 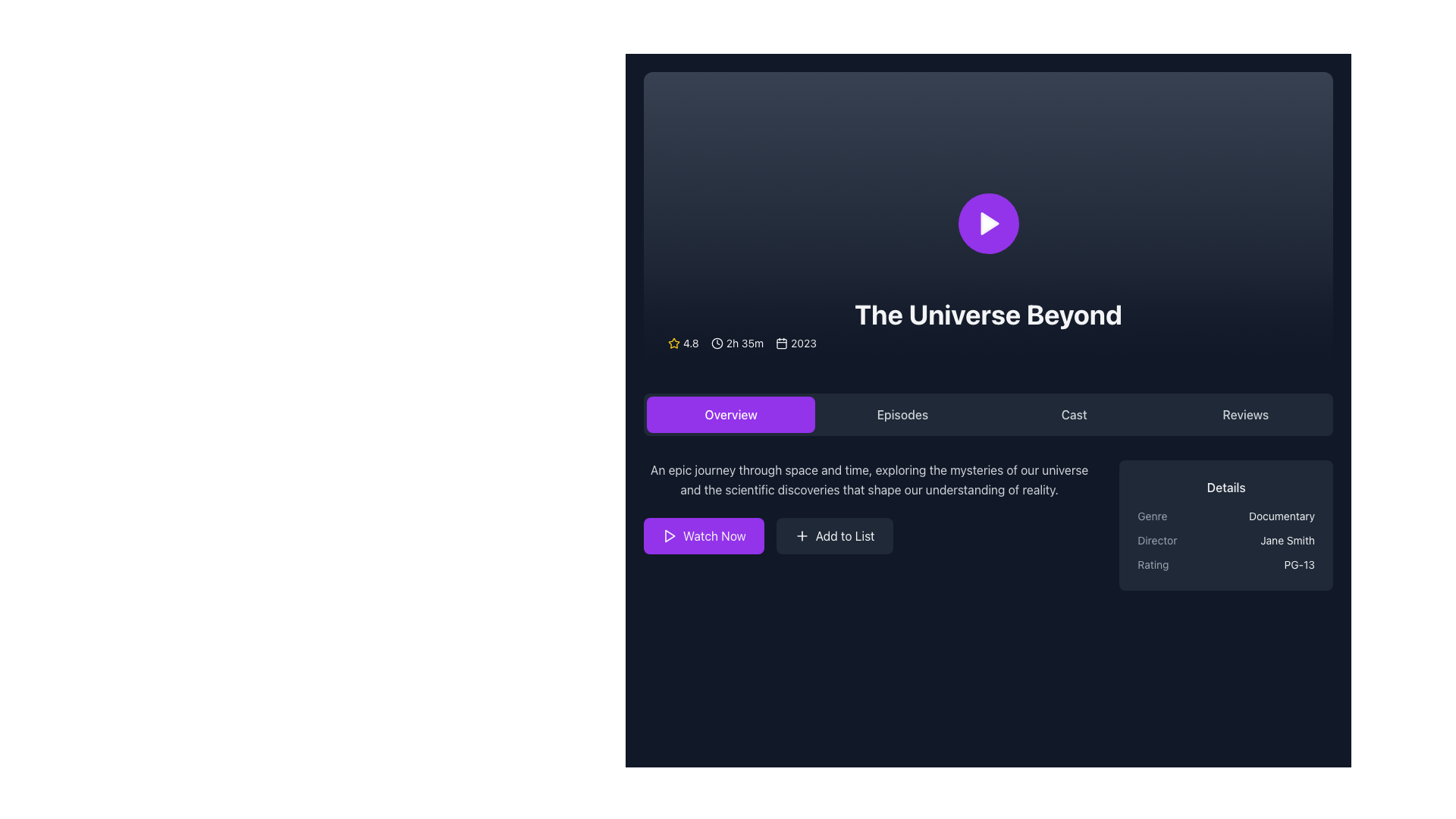 What do you see at coordinates (1298, 564) in the screenshot?
I see `the 'PG-13' text label indicating movie rating, located to the right of the 'Rating' label in the 'Details' section at the bottom right corner of the interface` at bounding box center [1298, 564].